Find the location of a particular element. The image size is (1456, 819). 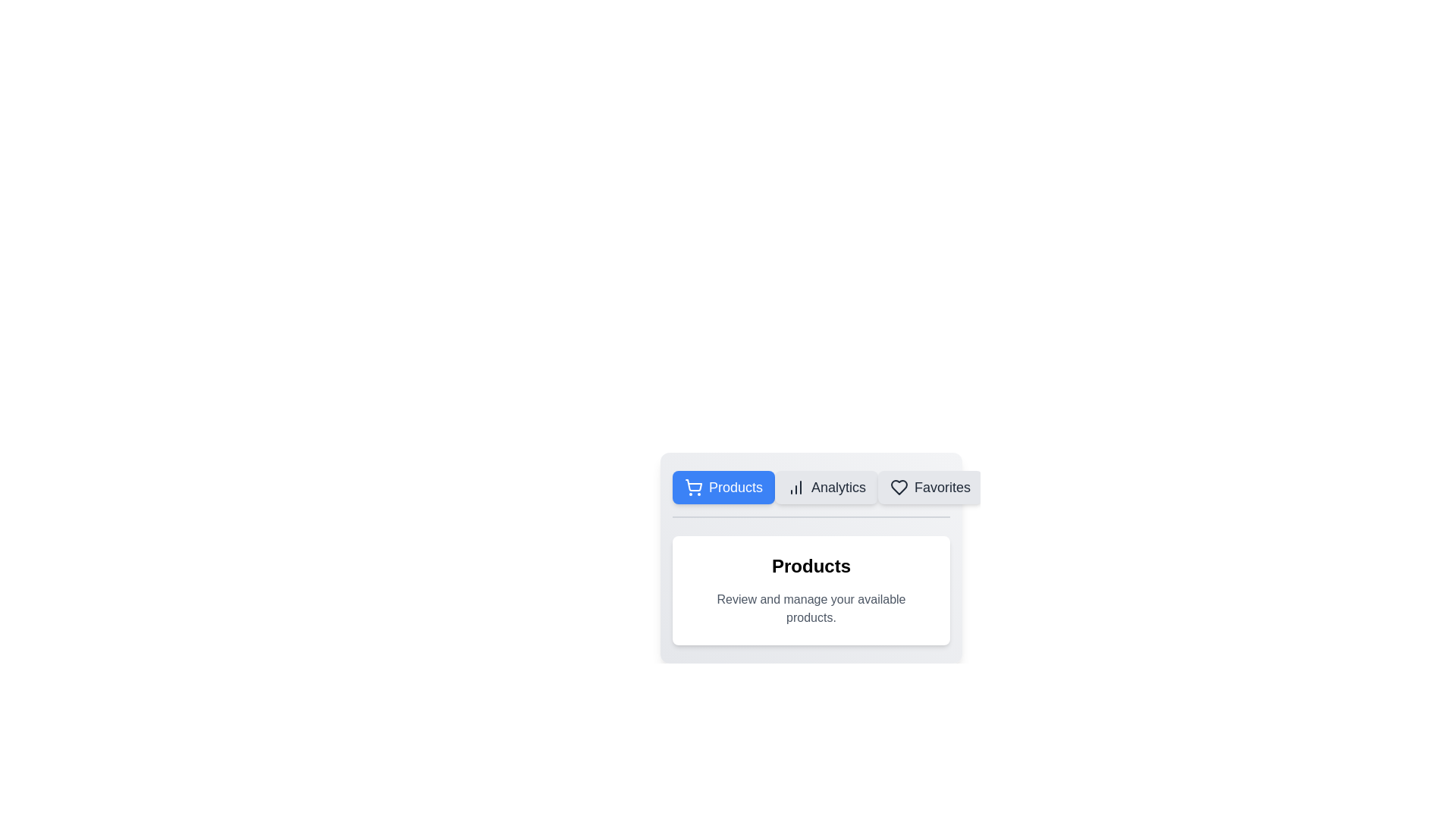

the 'Analytics' text label in the horizontal navigation menu is located at coordinates (838, 488).